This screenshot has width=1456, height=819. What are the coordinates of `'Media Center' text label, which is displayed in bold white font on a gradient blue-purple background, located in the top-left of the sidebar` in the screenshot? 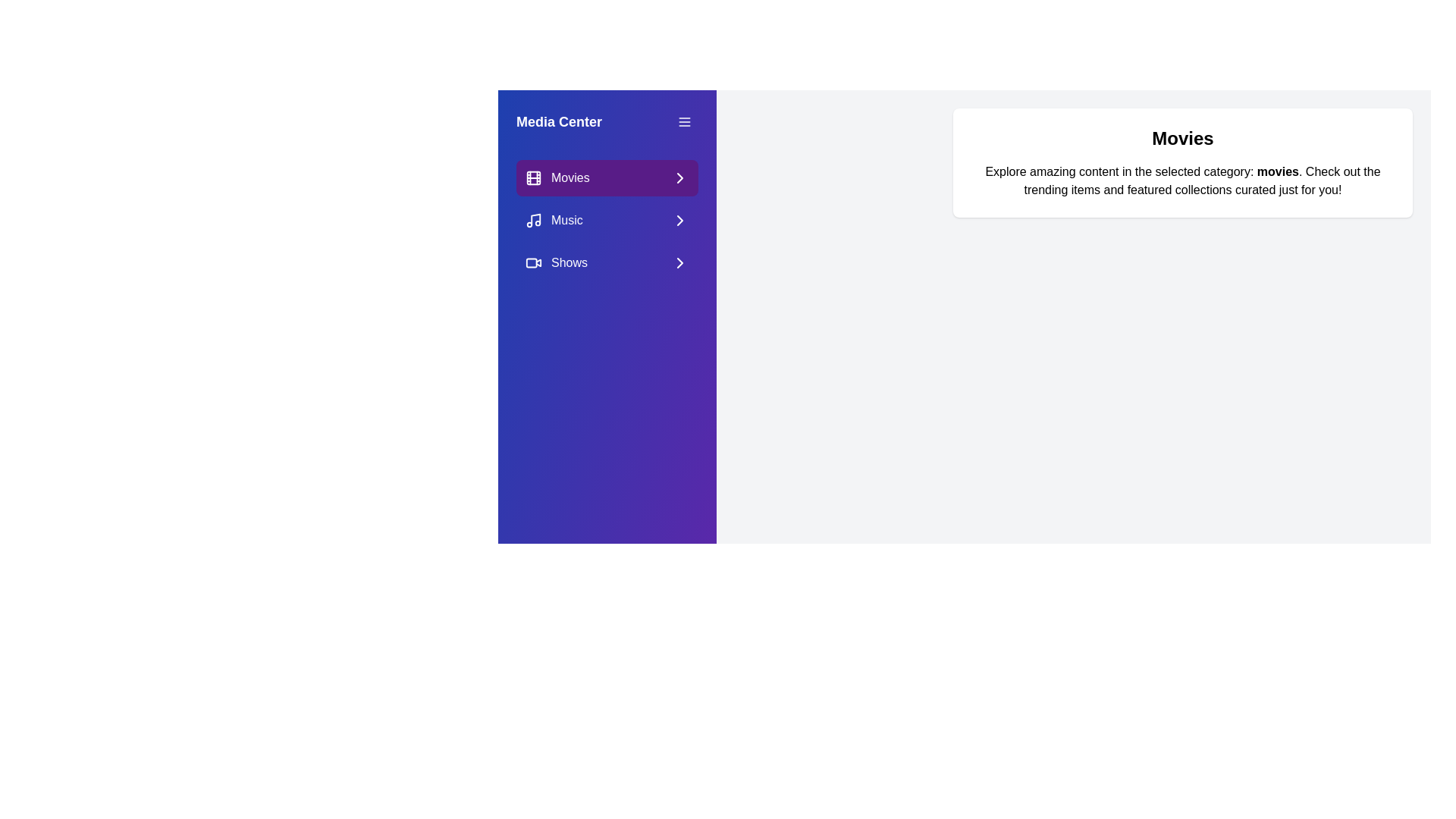 It's located at (558, 121).